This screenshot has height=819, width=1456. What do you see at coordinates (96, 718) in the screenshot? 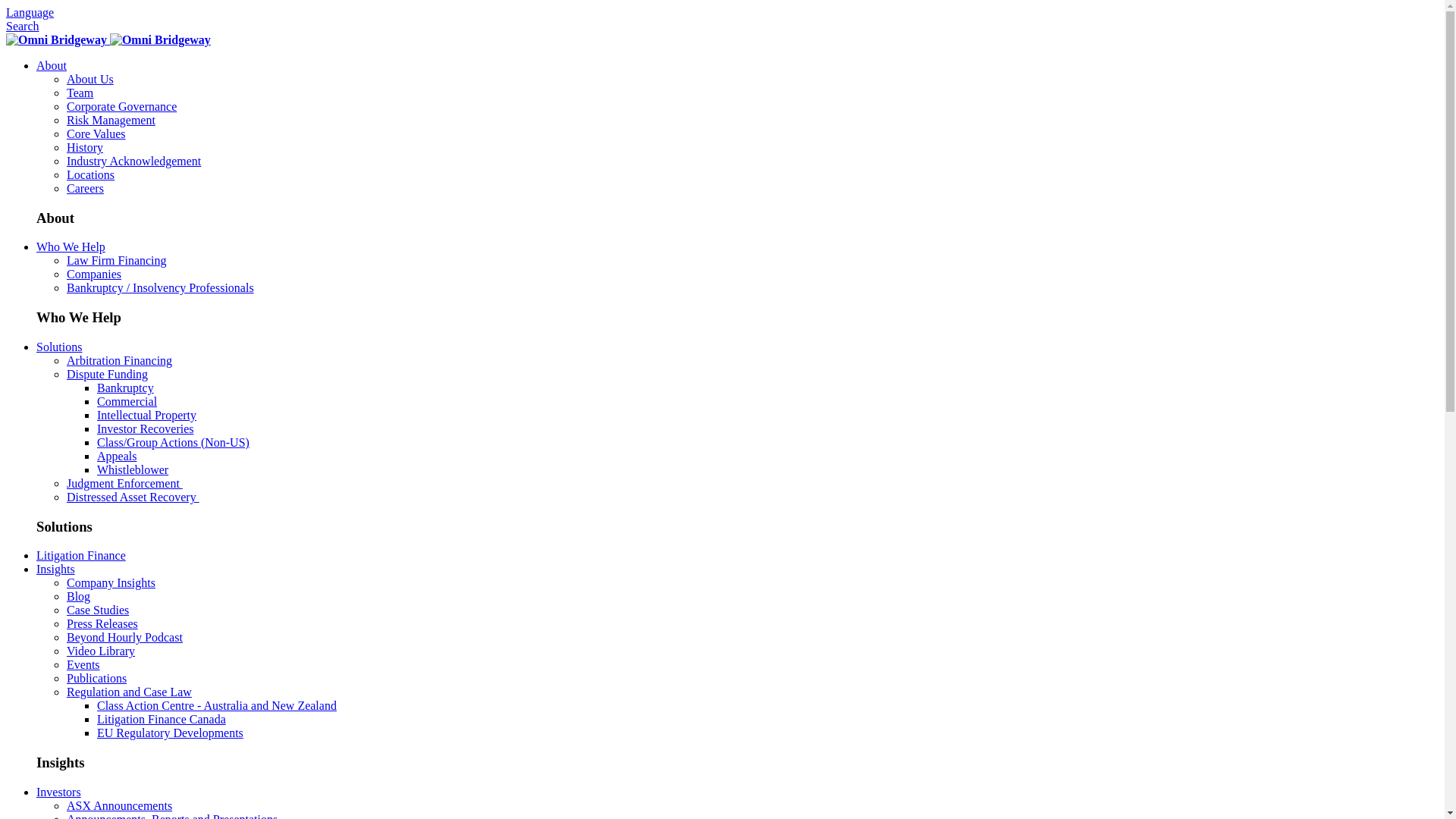
I see `'Litigation Finance Canada'` at bounding box center [96, 718].